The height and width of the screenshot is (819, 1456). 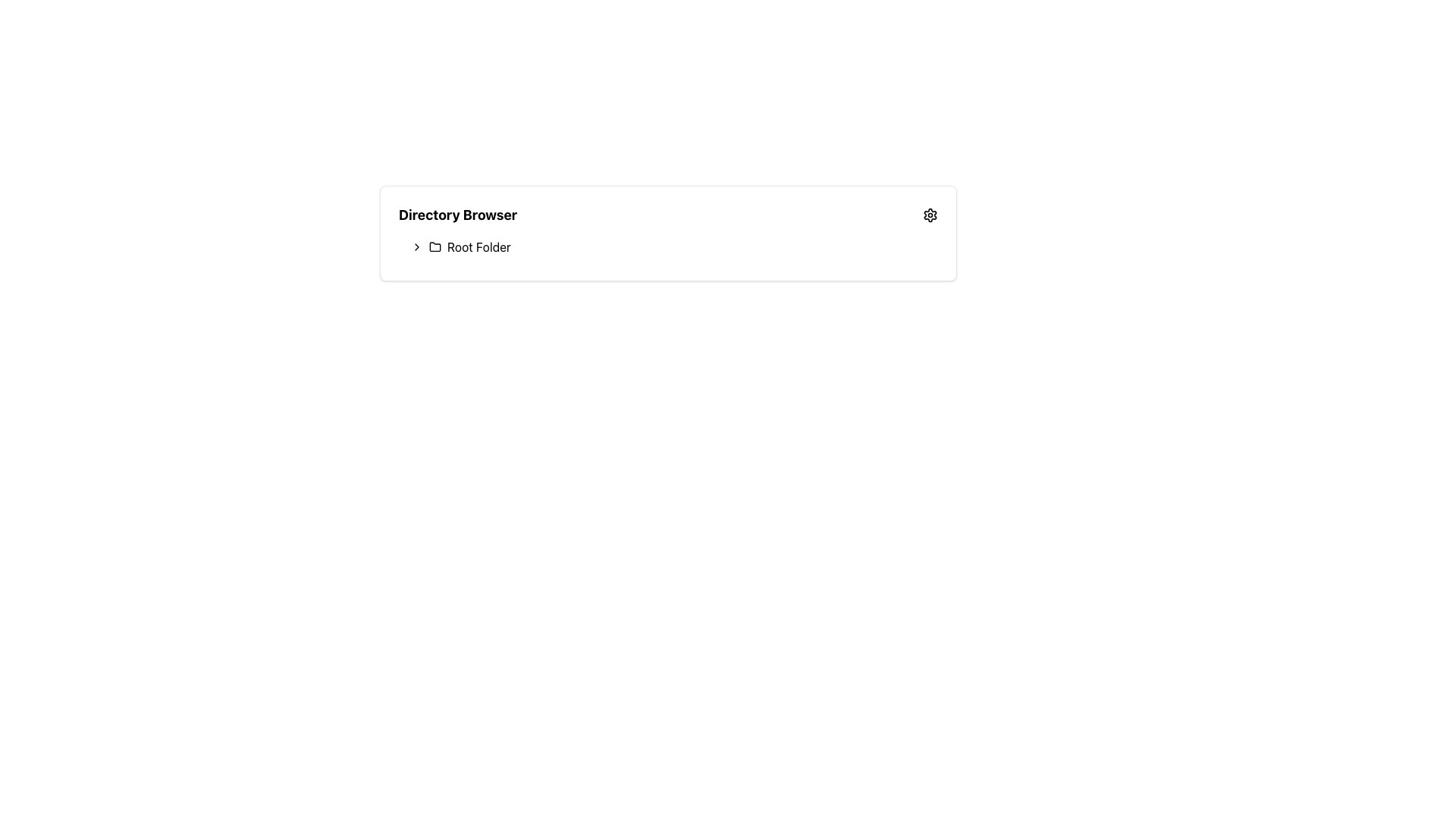 I want to click on the chevron icon, so click(x=417, y=246).